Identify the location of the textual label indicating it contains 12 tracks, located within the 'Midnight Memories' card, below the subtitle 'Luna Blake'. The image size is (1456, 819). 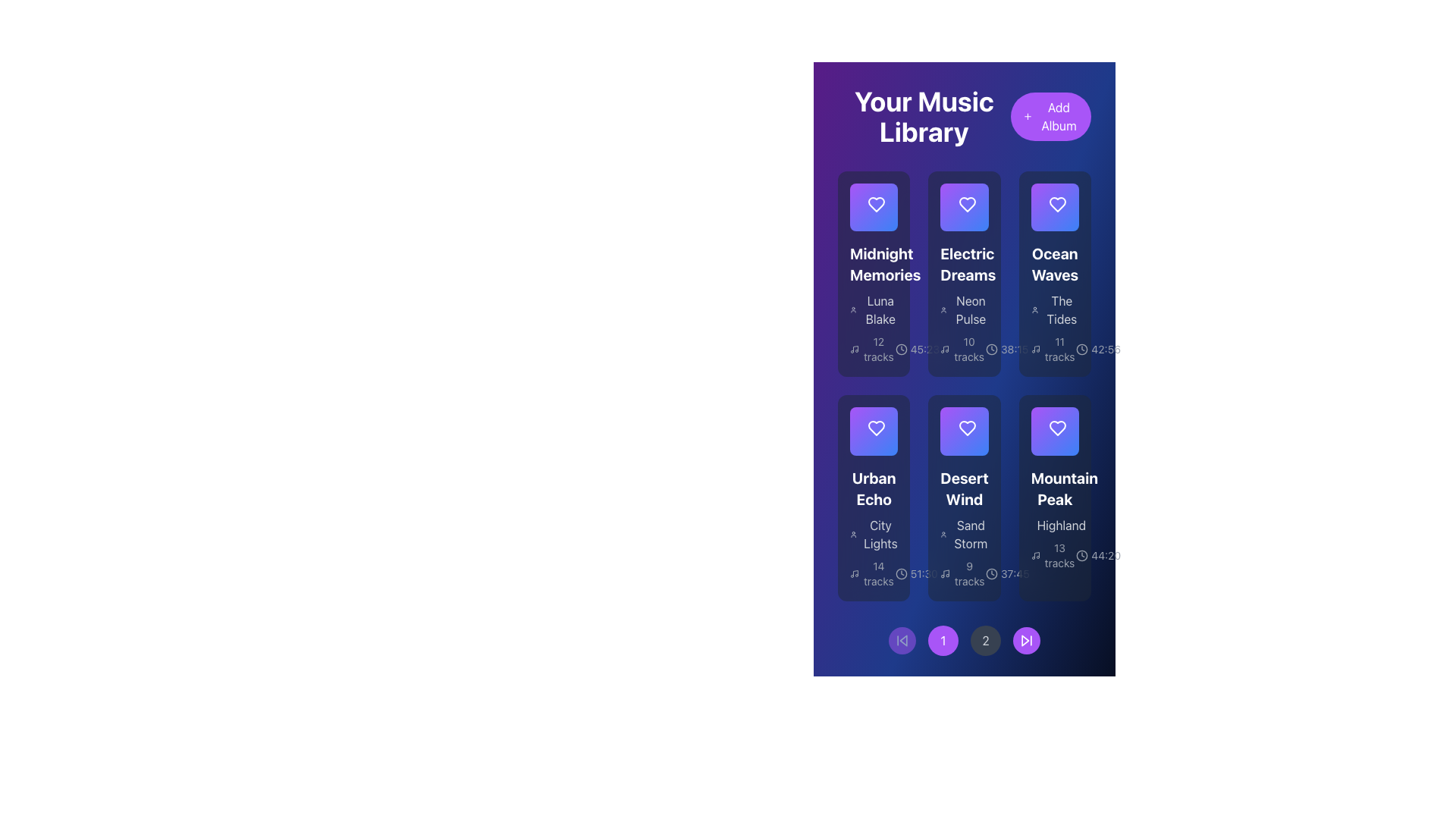
(872, 350).